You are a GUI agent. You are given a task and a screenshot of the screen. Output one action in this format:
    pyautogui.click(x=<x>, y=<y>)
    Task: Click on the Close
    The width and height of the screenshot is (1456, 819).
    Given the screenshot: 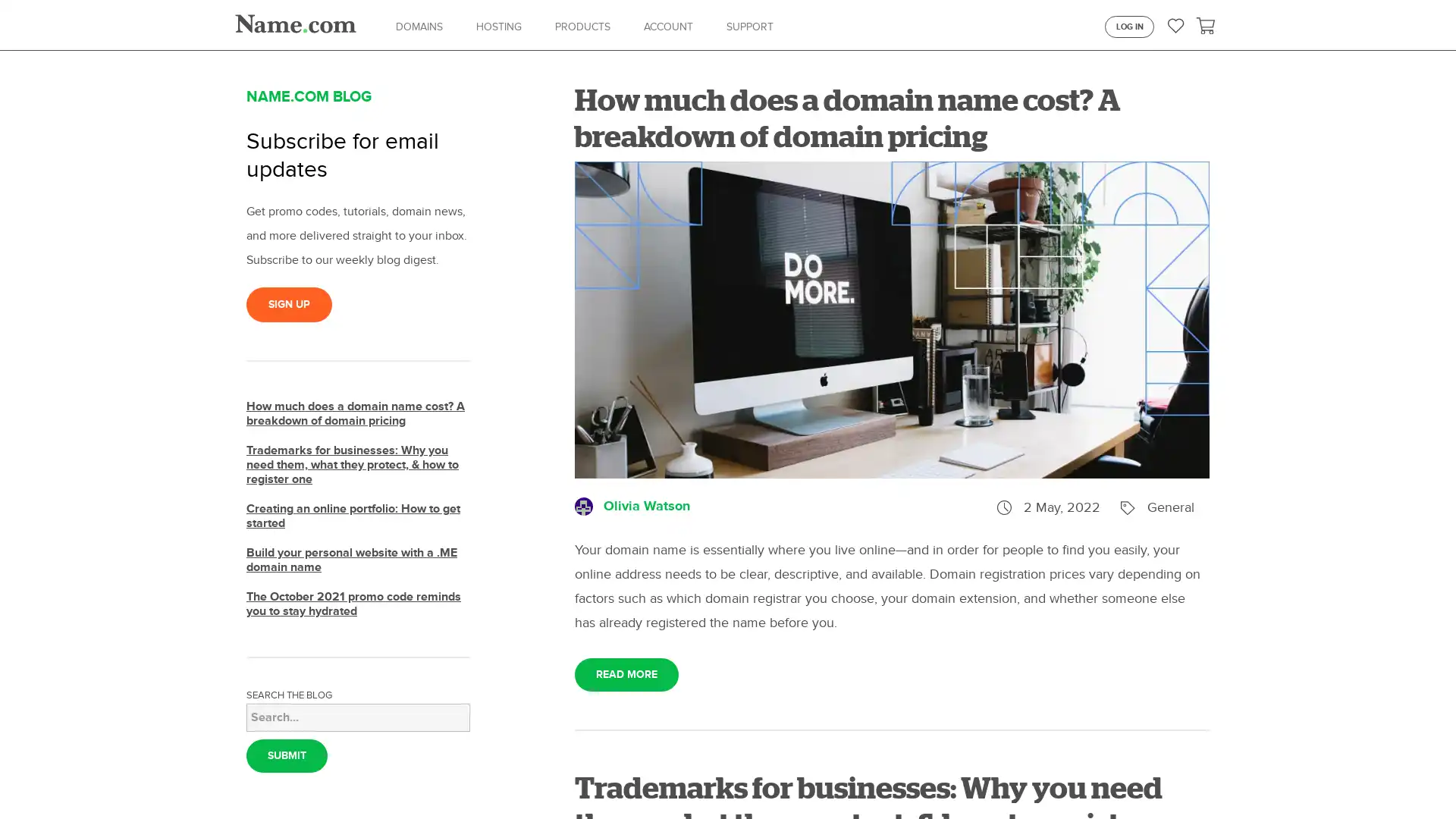 What is the action you would take?
    pyautogui.click(x=1430, y=778)
    